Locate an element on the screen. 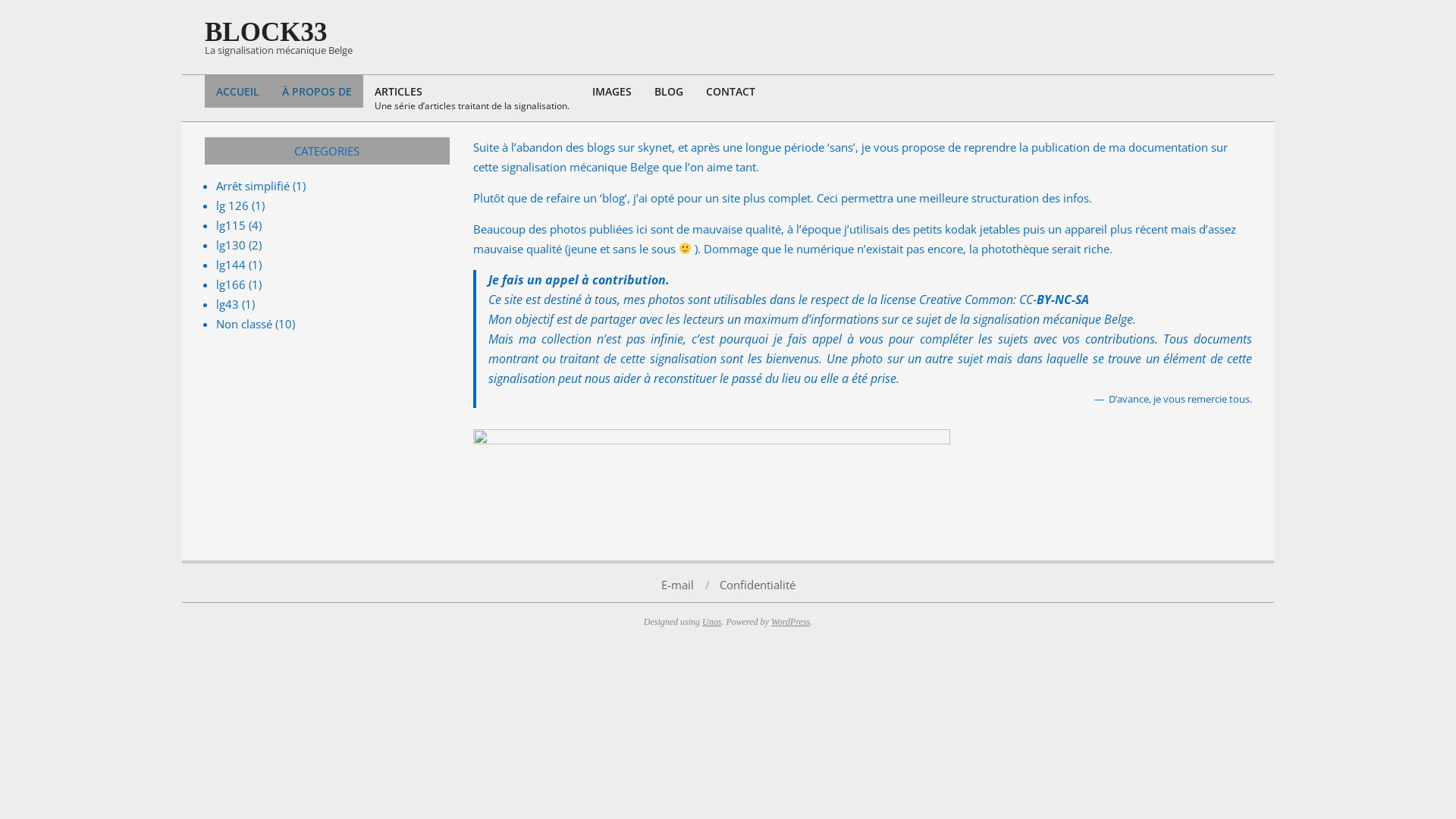  'lg 126' is located at coordinates (231, 205).